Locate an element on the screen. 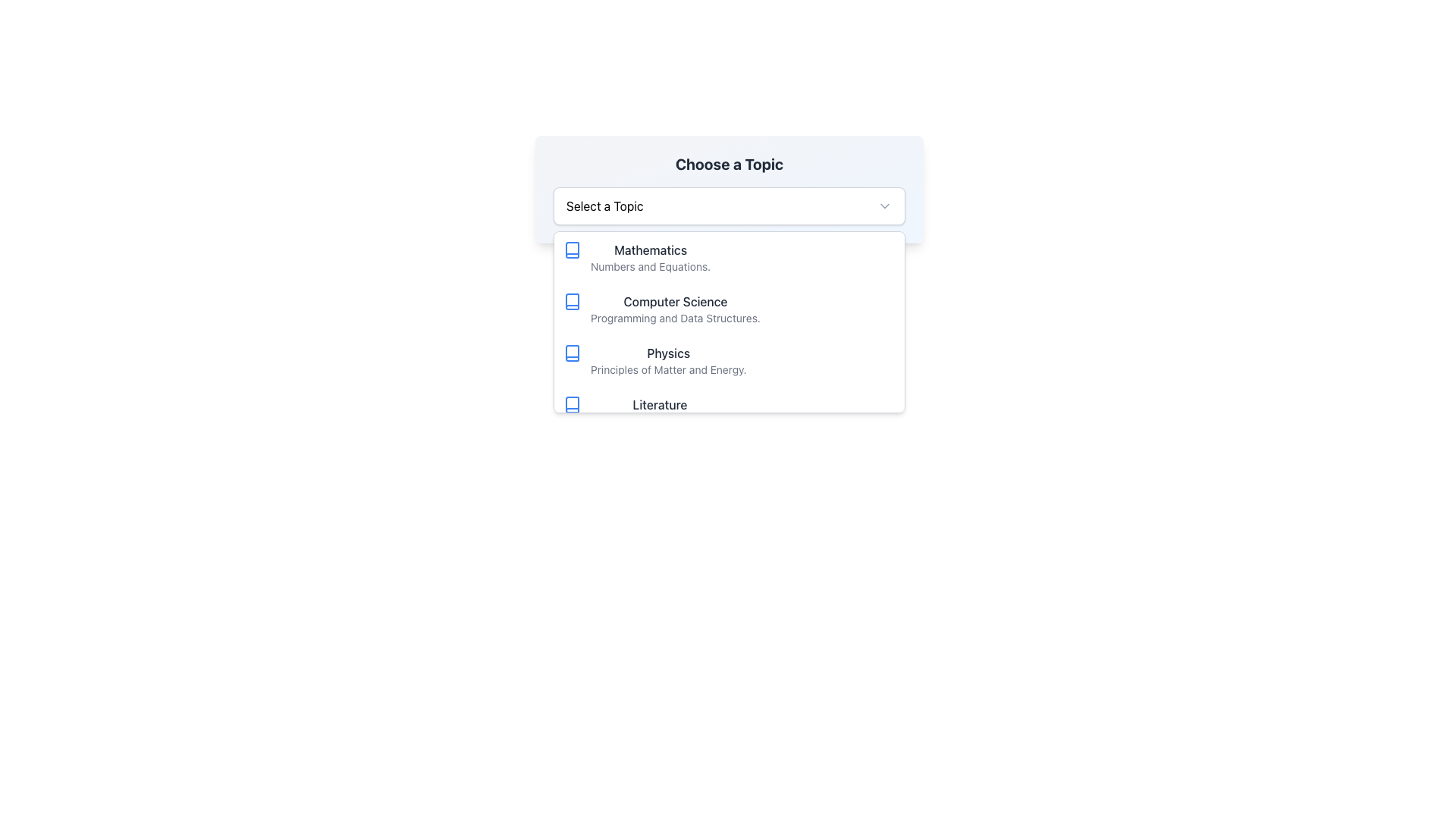 This screenshot has height=819, width=1456. the first selectable item in the dropdown menu for the 'Mathematics' topic is located at coordinates (729, 256).